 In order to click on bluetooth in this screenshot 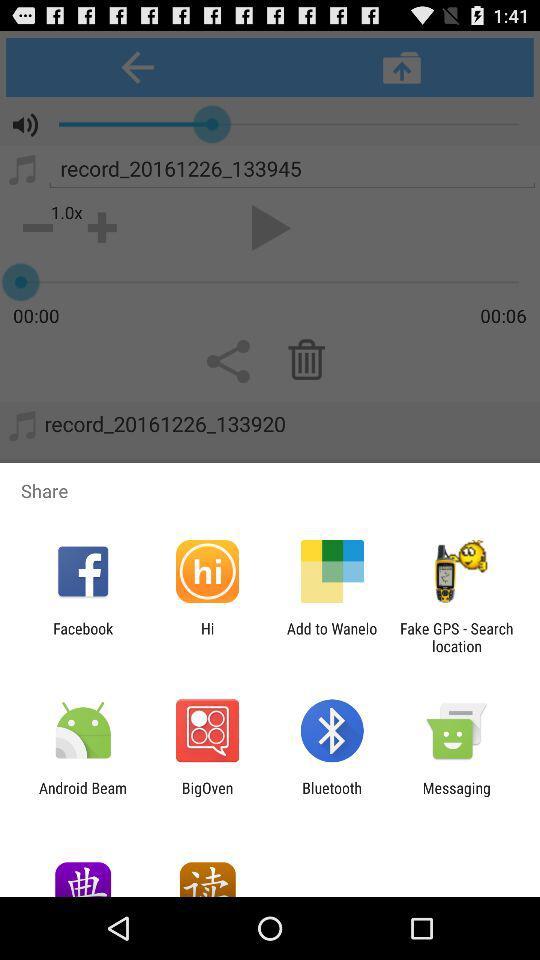, I will do `click(332, 796)`.